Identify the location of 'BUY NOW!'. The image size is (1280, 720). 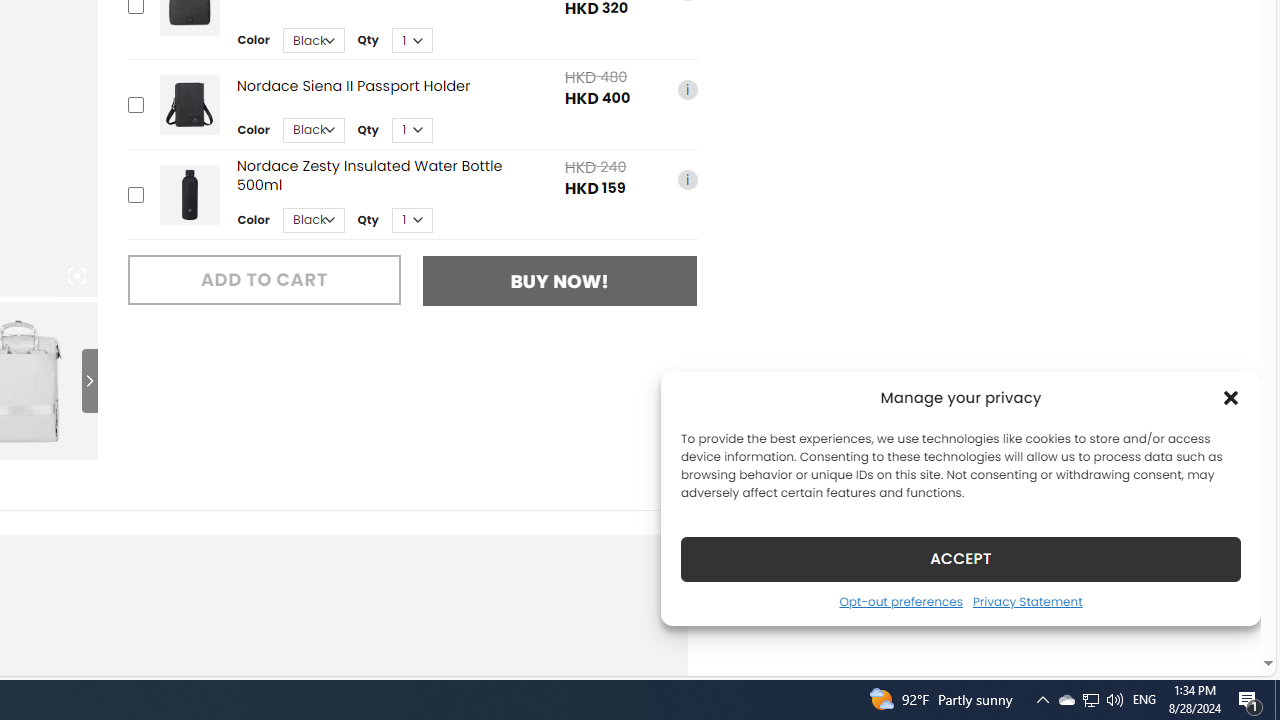
(560, 281).